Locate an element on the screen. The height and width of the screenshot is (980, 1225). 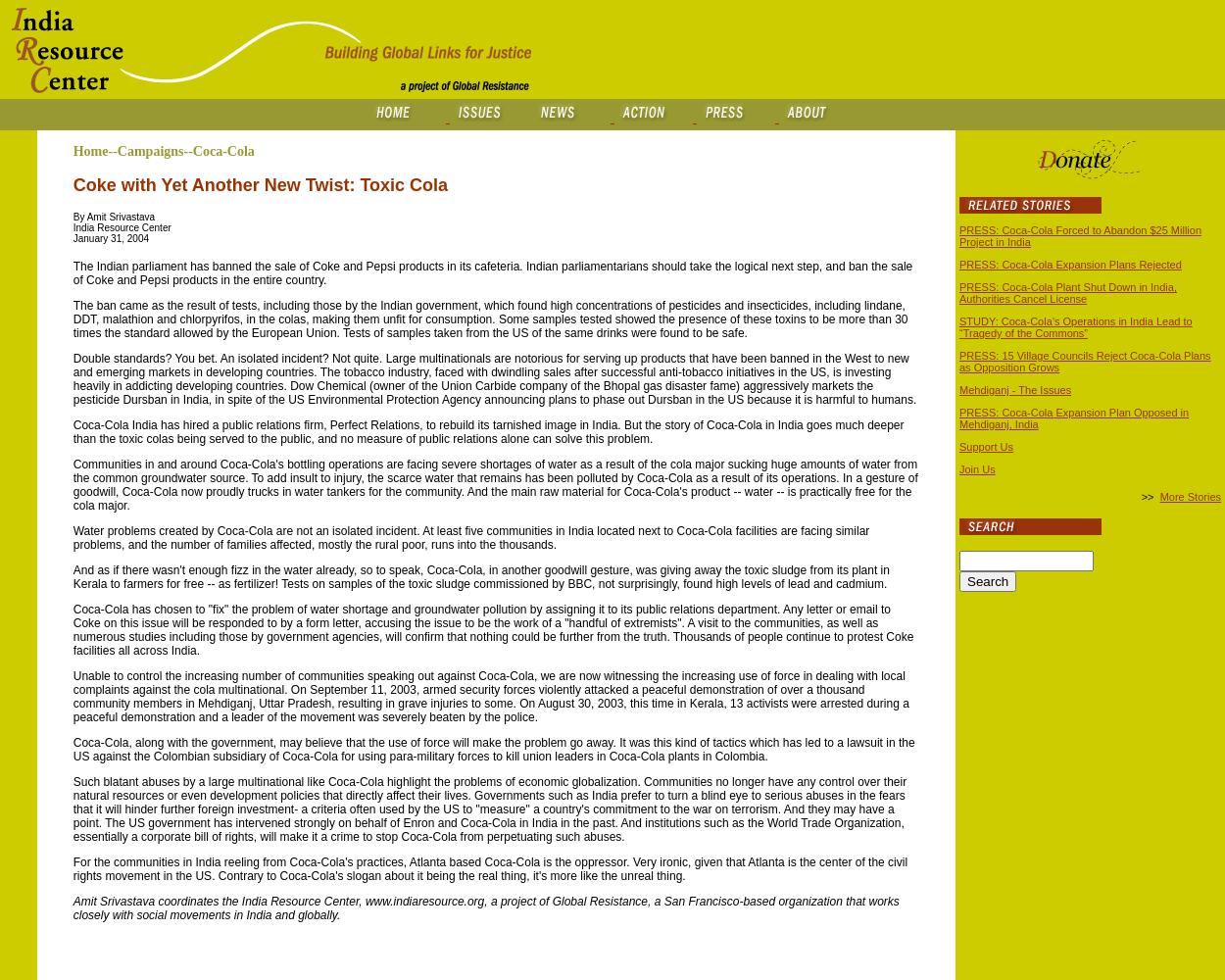
'January 31, 2004' is located at coordinates (109, 237).